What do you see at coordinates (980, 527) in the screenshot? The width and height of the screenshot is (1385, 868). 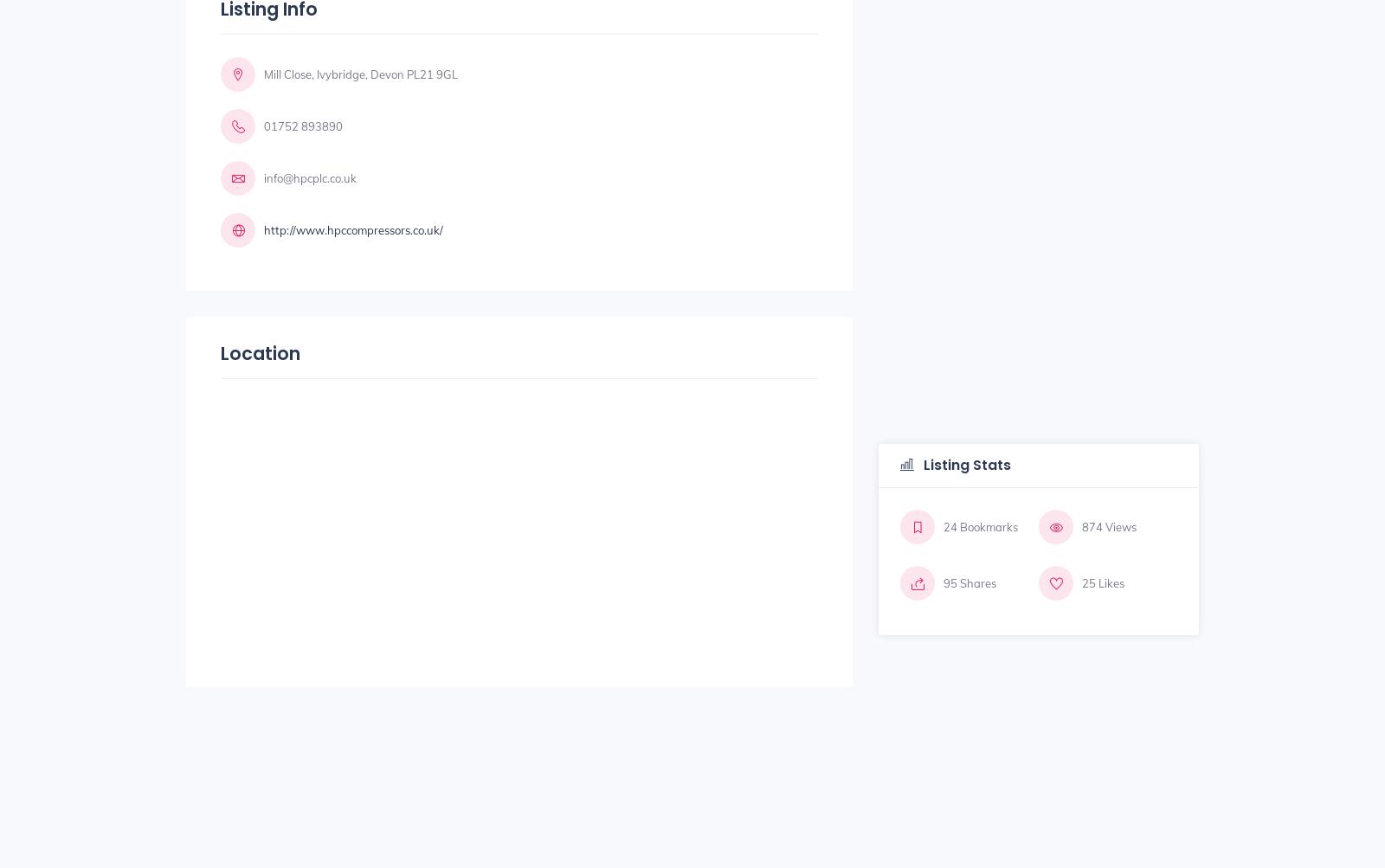 I see `'24 Bookmarks'` at bounding box center [980, 527].